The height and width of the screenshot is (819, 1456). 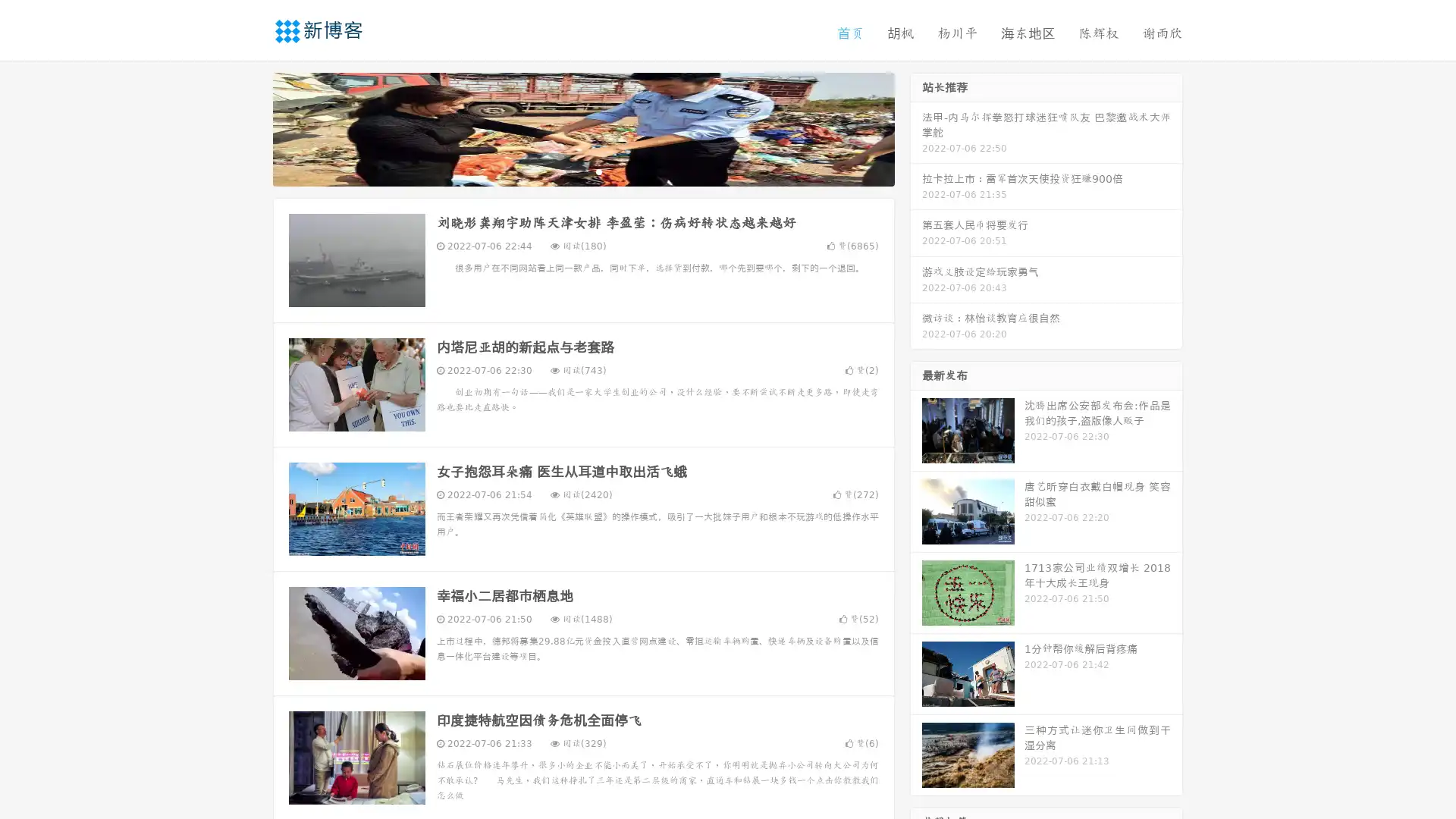 I want to click on Next slide, so click(x=916, y=127).